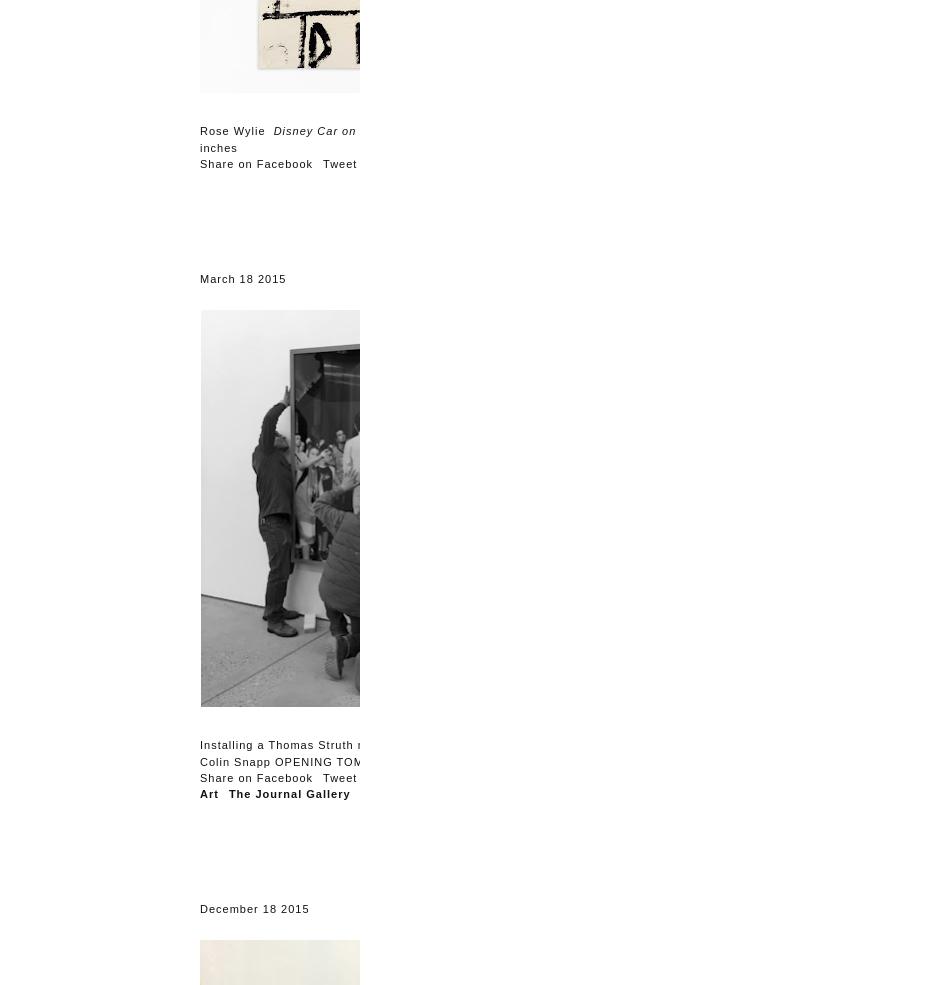  I want to click on 'The Journal Gallery', so click(289, 792).